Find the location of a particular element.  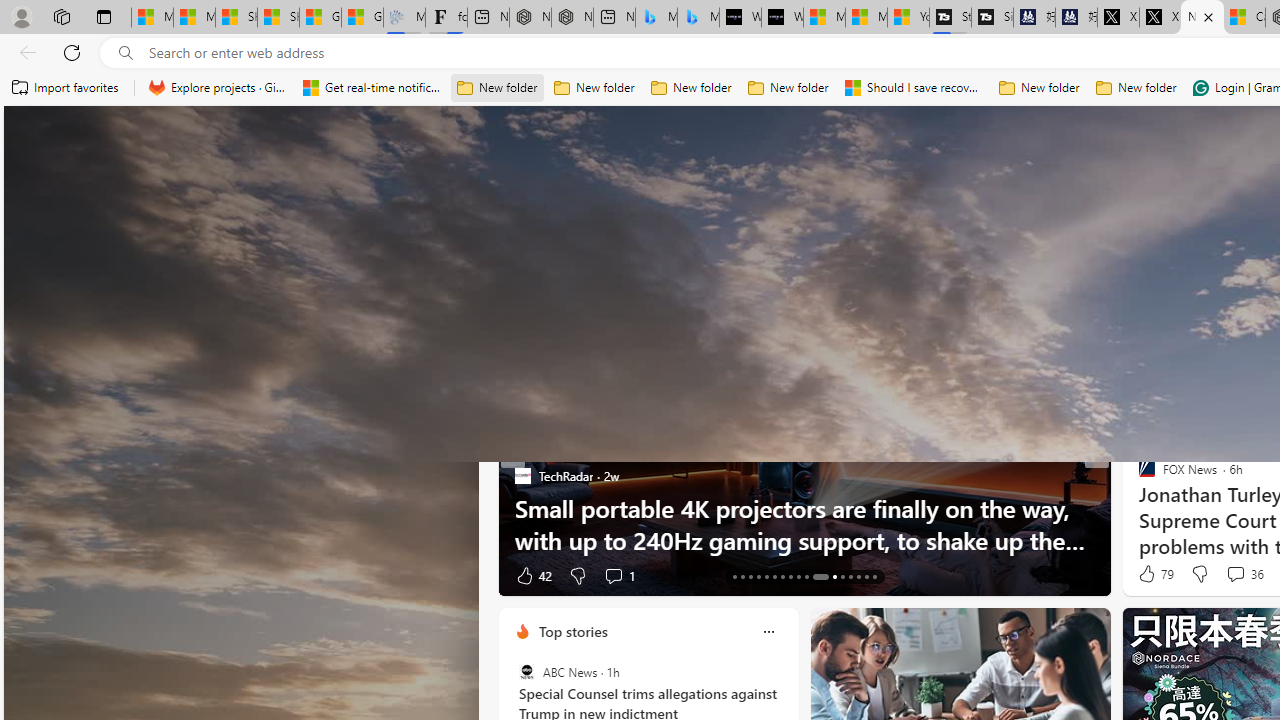

'Search icon' is located at coordinates (125, 52).